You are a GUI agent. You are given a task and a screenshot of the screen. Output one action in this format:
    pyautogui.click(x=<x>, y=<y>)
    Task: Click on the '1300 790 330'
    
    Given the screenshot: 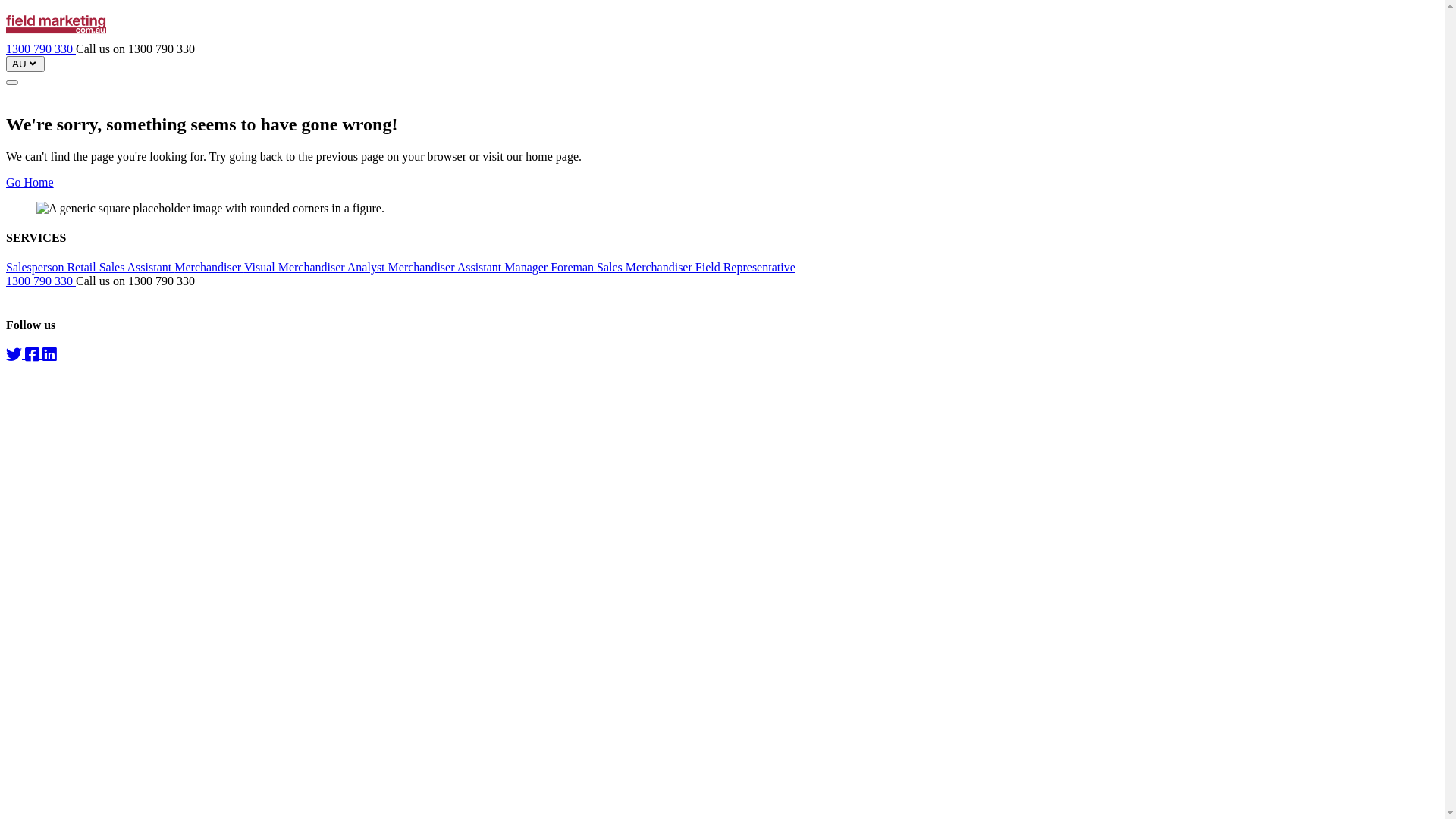 What is the action you would take?
    pyautogui.click(x=40, y=48)
    